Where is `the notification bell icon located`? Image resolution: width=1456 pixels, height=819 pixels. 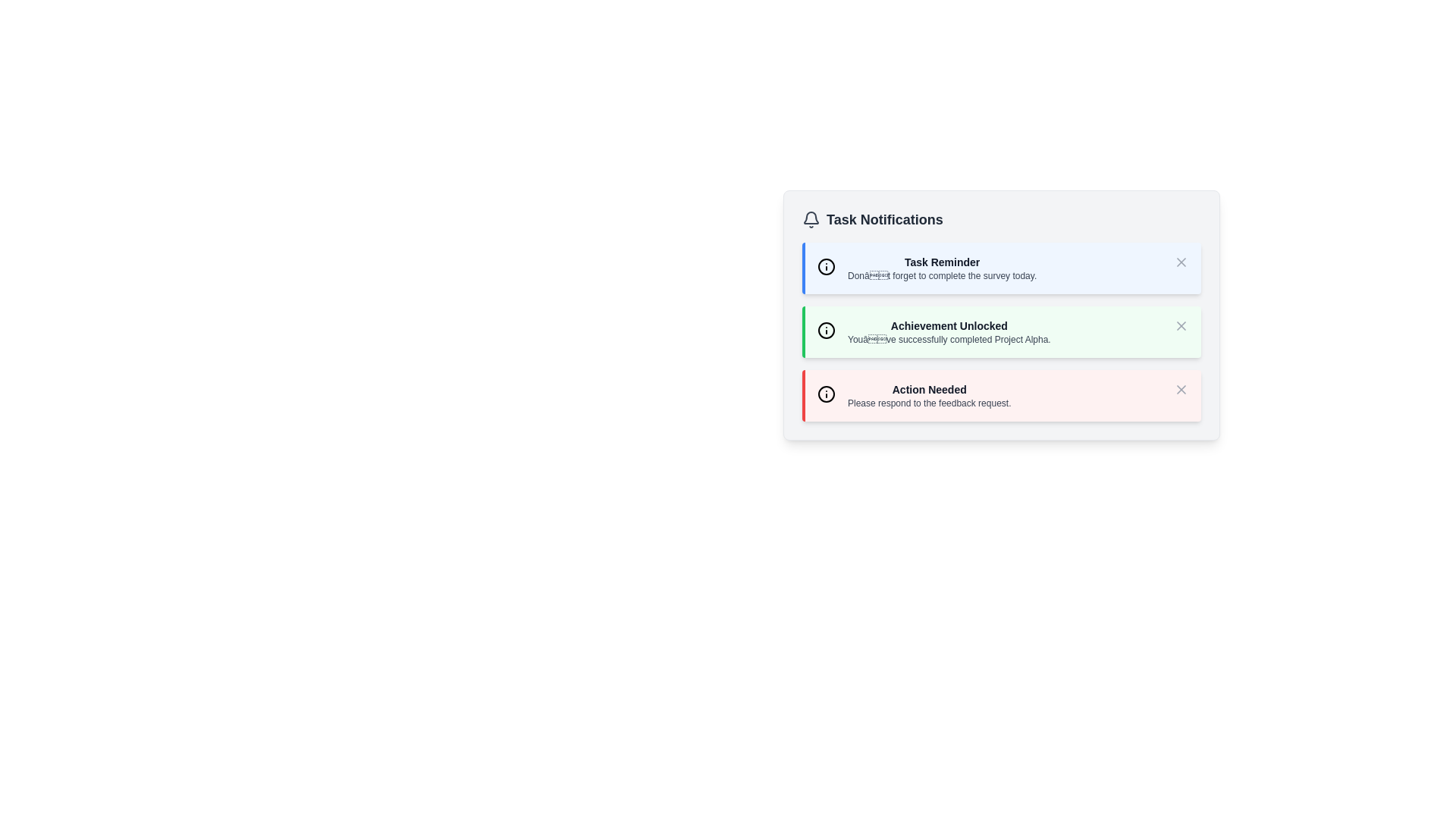
the notification bell icon located is located at coordinates (811, 217).